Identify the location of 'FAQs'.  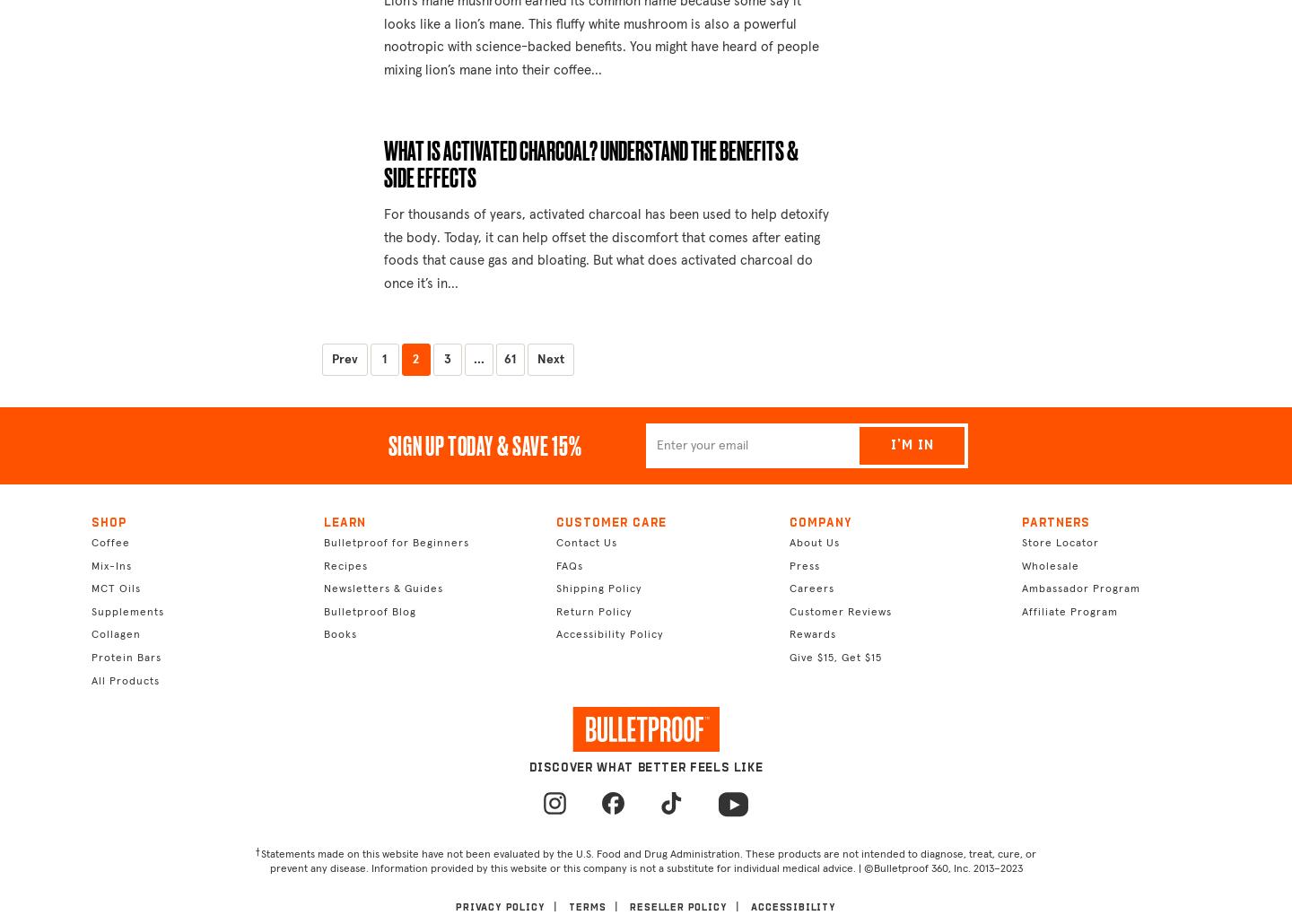
(569, 564).